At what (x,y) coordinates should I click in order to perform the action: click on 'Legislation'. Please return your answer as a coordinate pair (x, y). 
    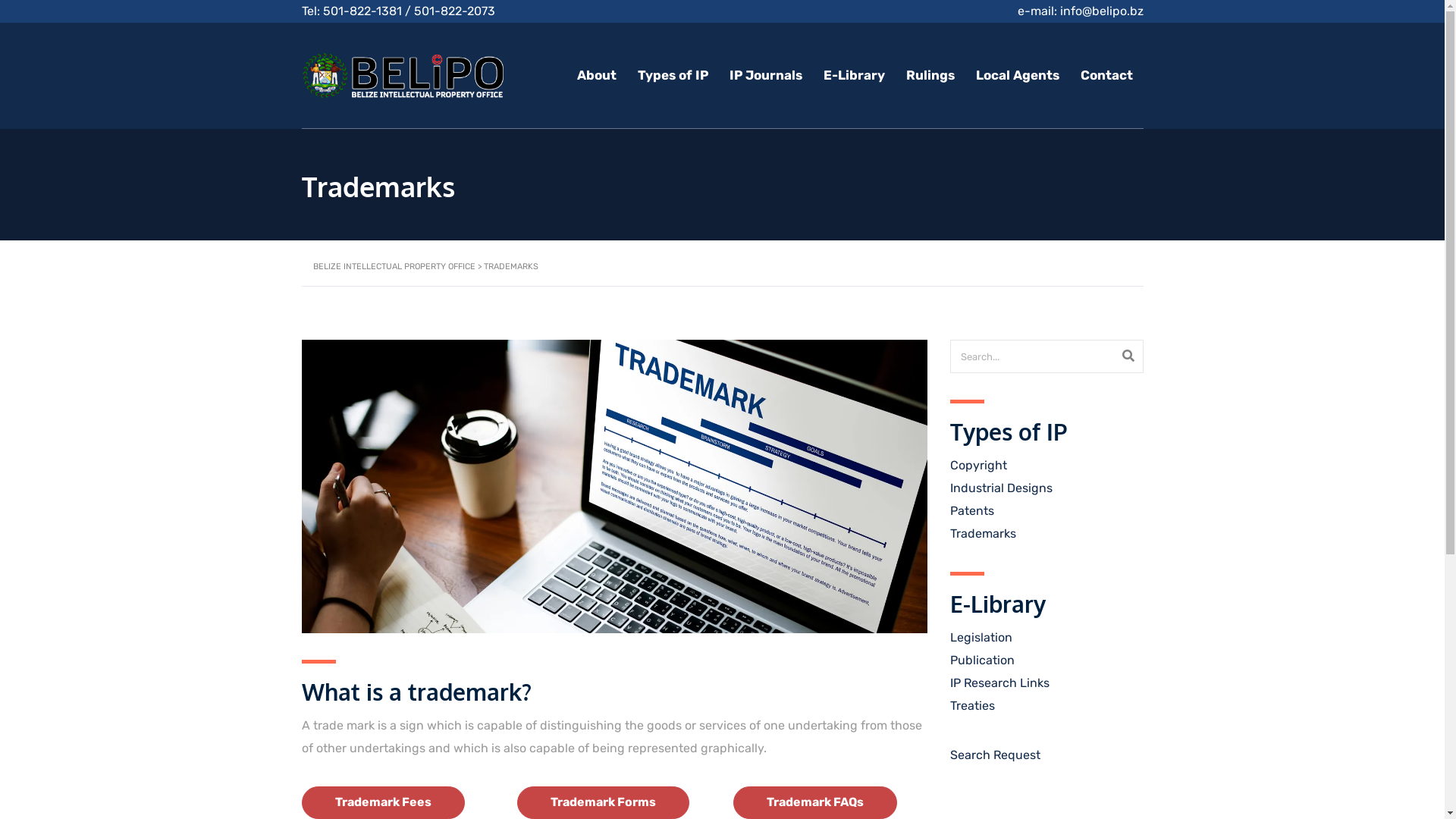
    Looking at the image, I should click on (980, 637).